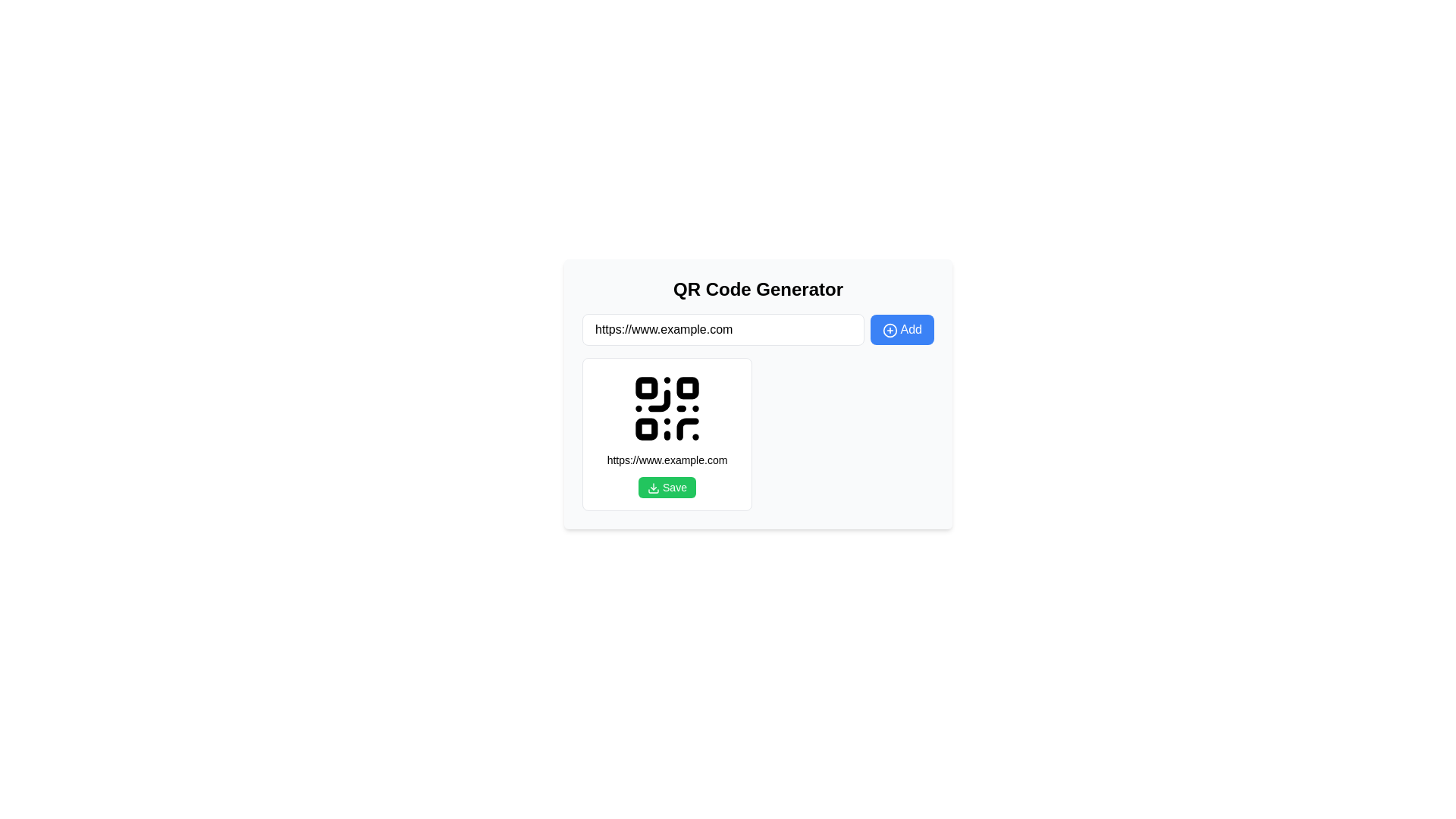 The image size is (1456, 819). Describe the element at coordinates (687, 387) in the screenshot. I see `the second square in the first row of three internal square blocks within the QR code graphic, which is positioned below the URL text` at that location.